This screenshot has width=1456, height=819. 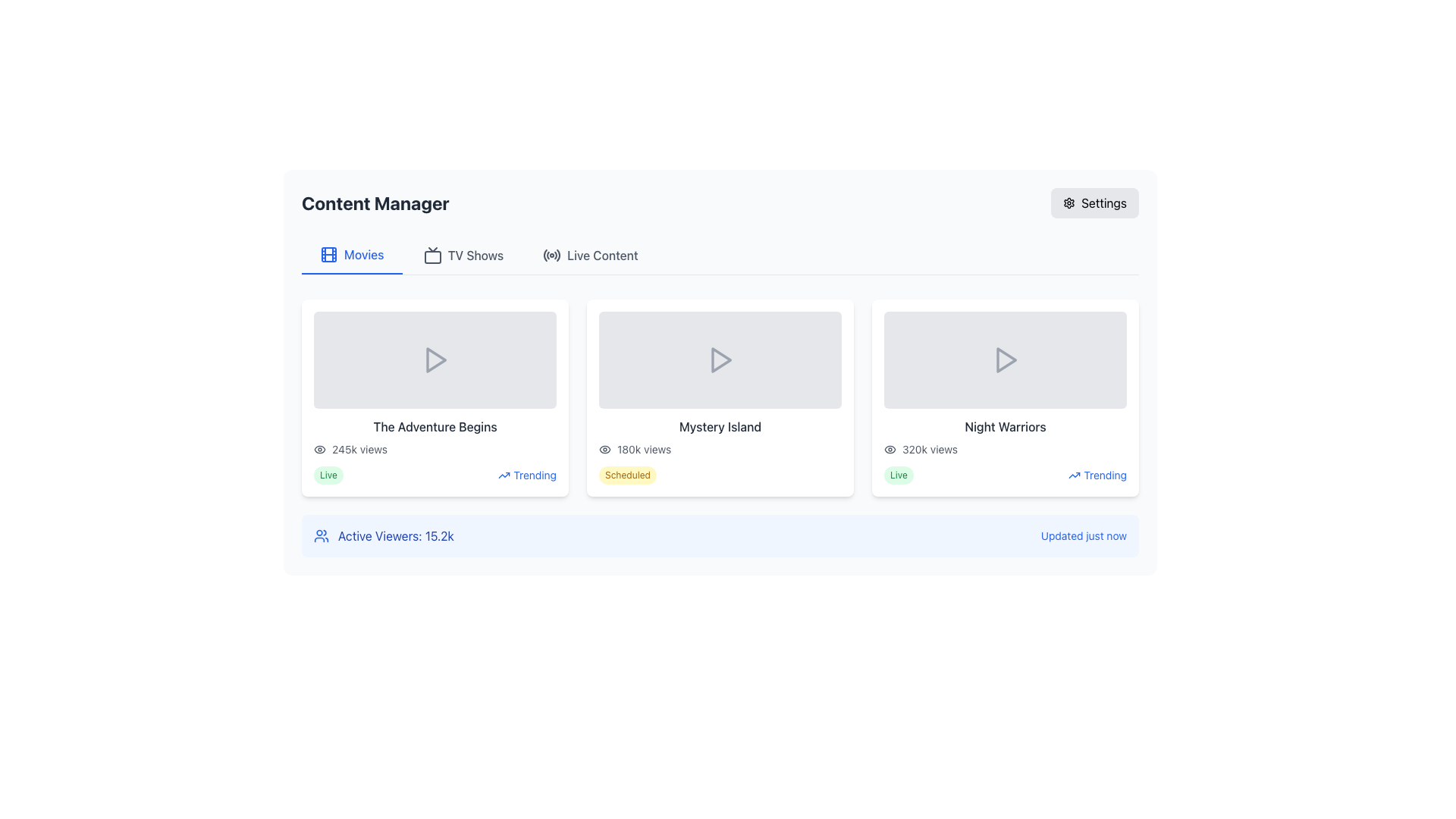 What do you see at coordinates (435, 359) in the screenshot?
I see `the triangular play icon with a thin gray stroke located in the circular area of the first media card titled 'The Adventure Begins'` at bounding box center [435, 359].